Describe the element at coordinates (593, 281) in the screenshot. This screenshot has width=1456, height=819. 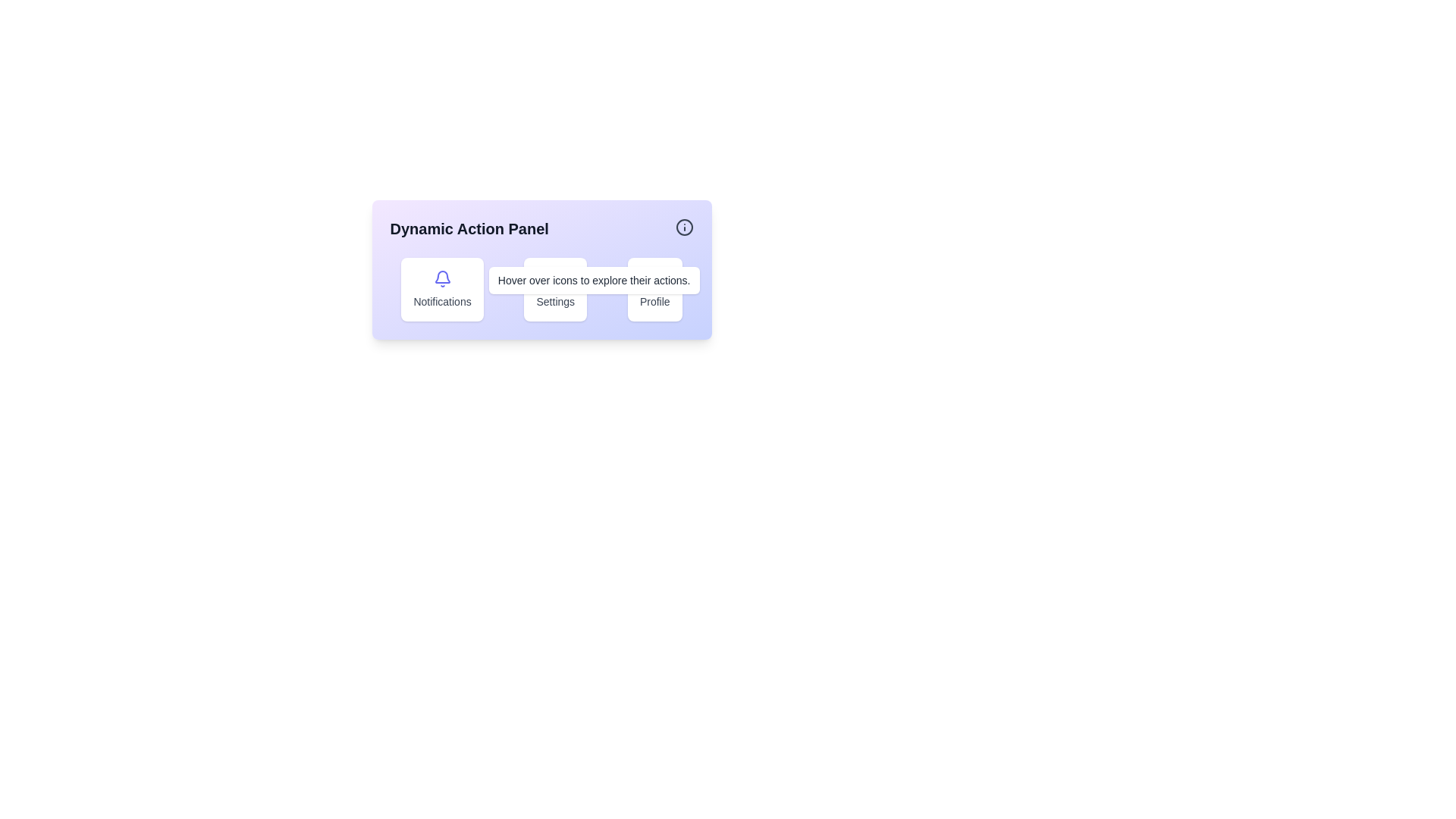
I see `instructional text box located in the middle-right area of the 'Dynamic Action Panel', positioned above the 'Settings' icon` at that location.